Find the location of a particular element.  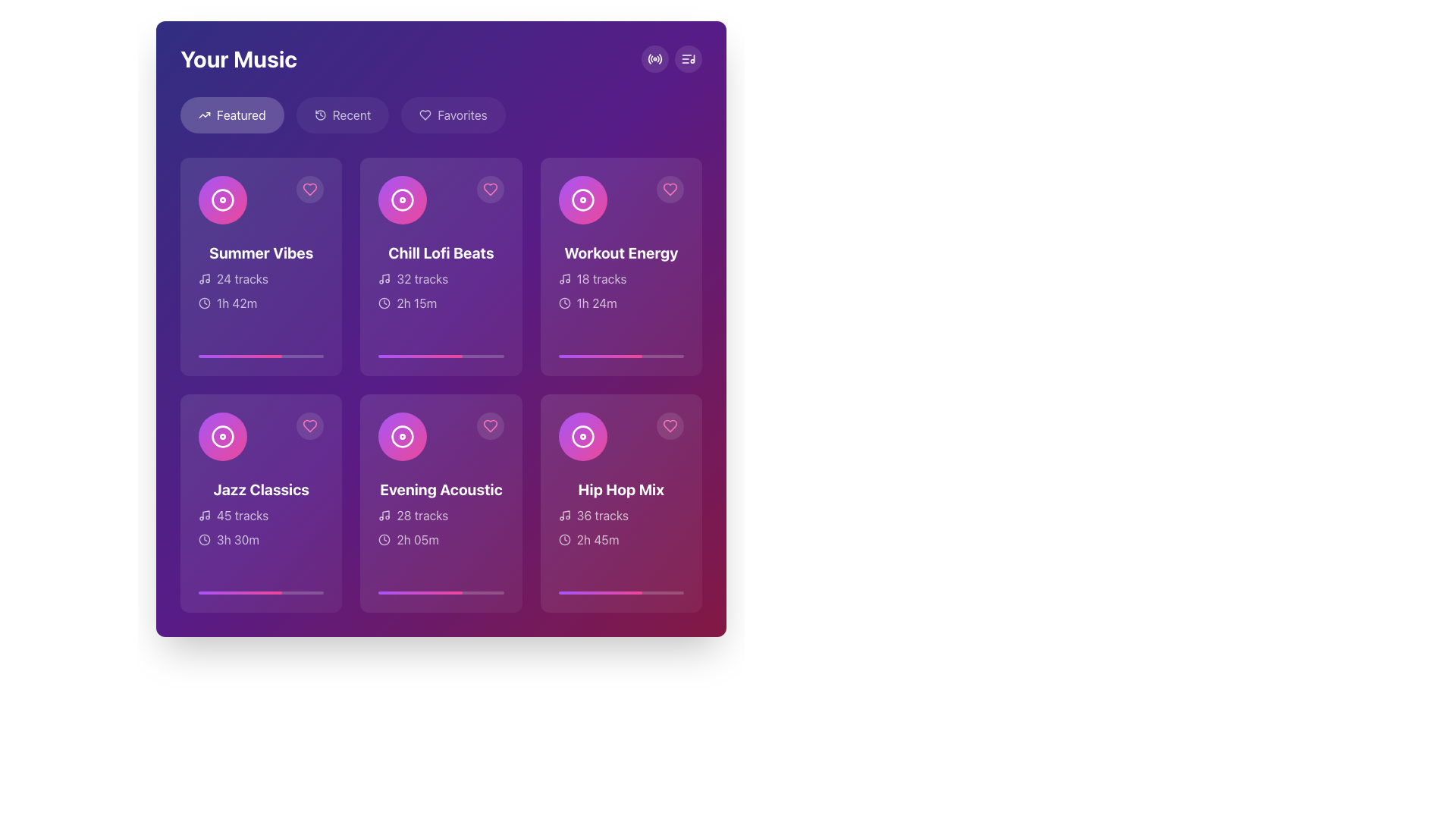

the favorite button located in the top-right corner of the 'Jazz Classics' card is located at coordinates (309, 426).